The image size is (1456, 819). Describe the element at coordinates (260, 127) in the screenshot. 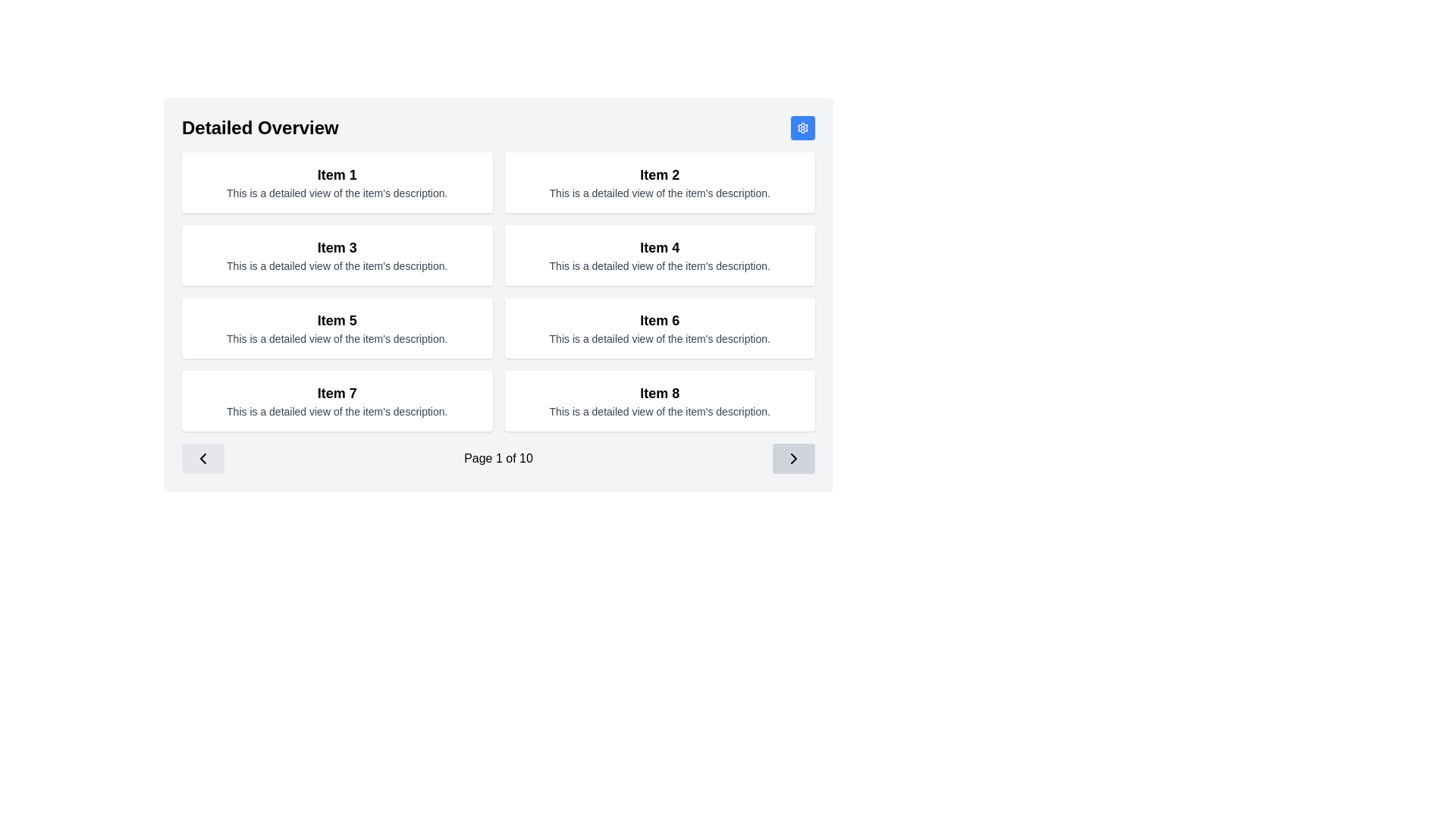

I see `text from the 'Detailed Overview' text label displayed prominently at the top-left corner of the content section` at that location.